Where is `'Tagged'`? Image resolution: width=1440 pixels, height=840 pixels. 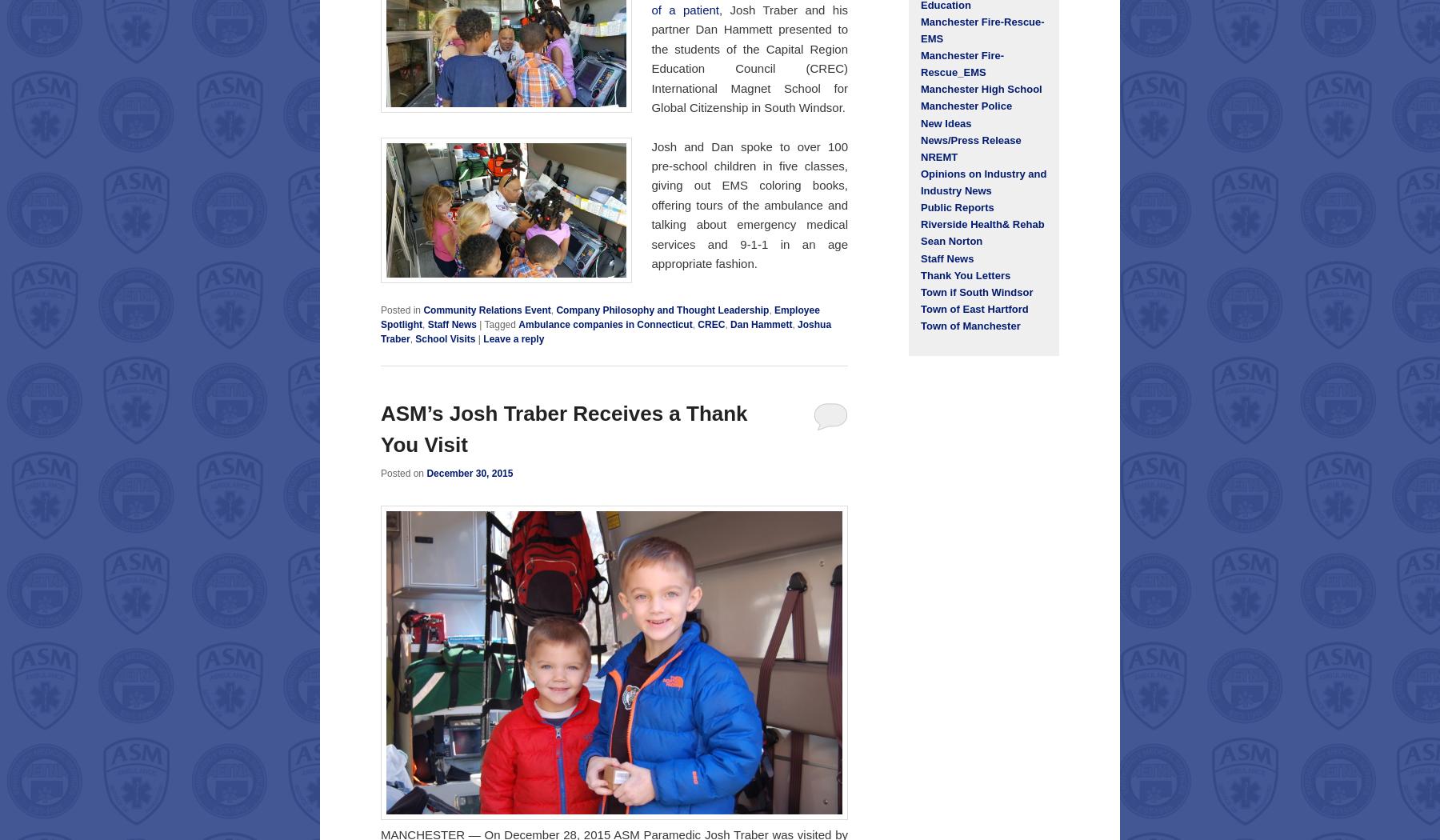
'Tagged' is located at coordinates (499, 323).